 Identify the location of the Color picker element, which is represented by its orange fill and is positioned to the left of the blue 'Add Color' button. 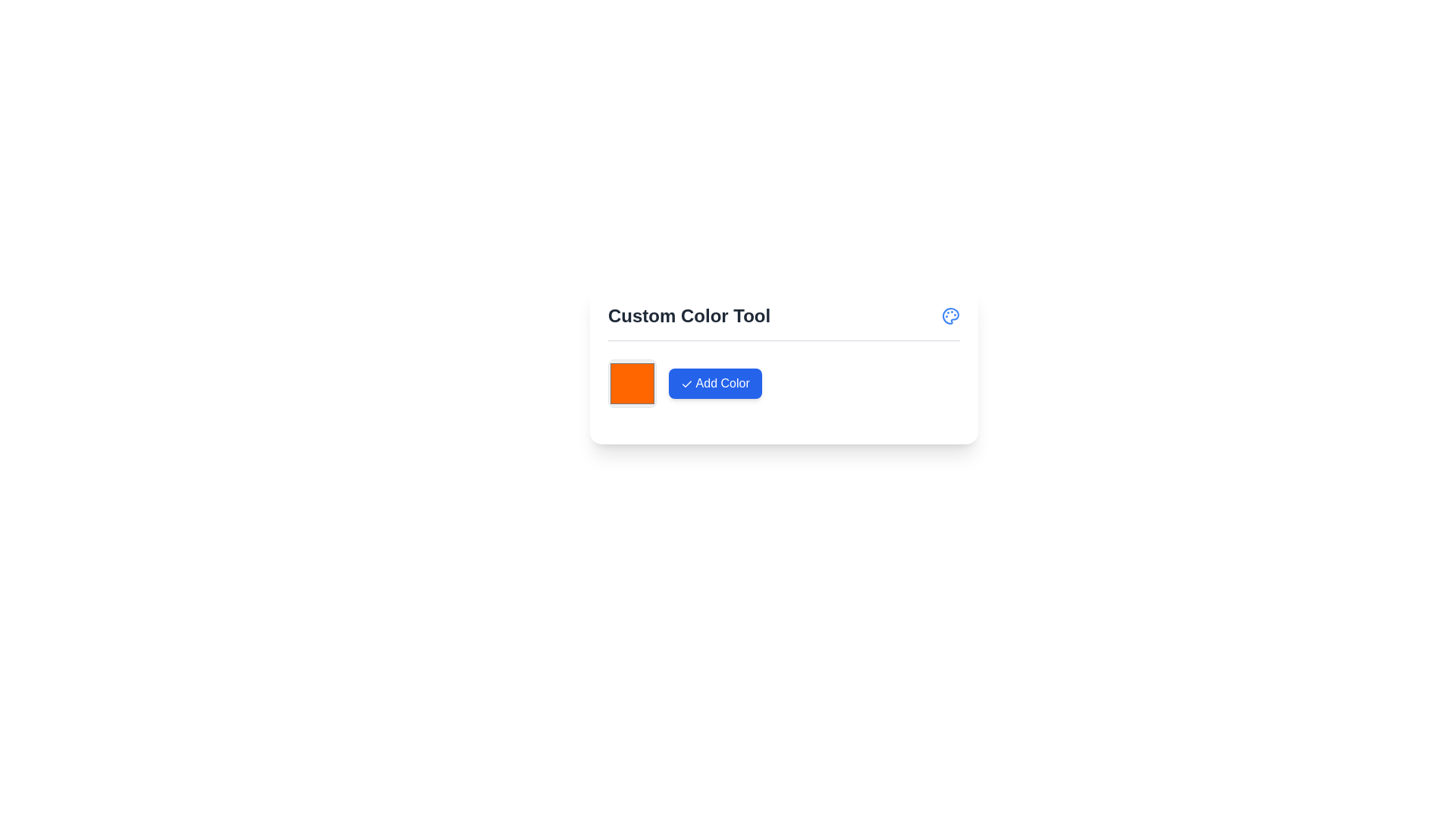
(632, 382).